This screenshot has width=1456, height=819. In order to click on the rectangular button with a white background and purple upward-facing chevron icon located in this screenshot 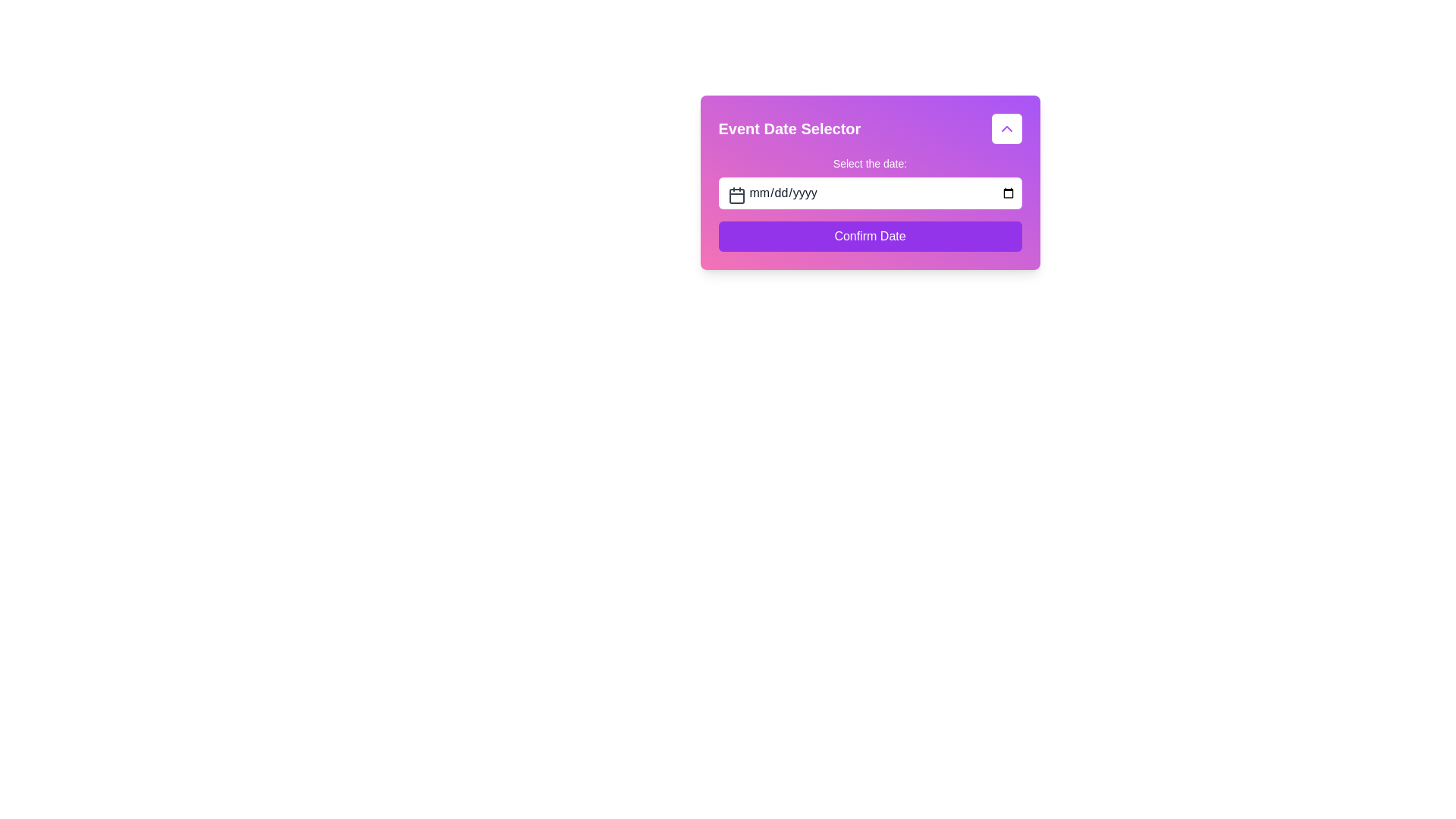, I will do `click(1006, 127)`.